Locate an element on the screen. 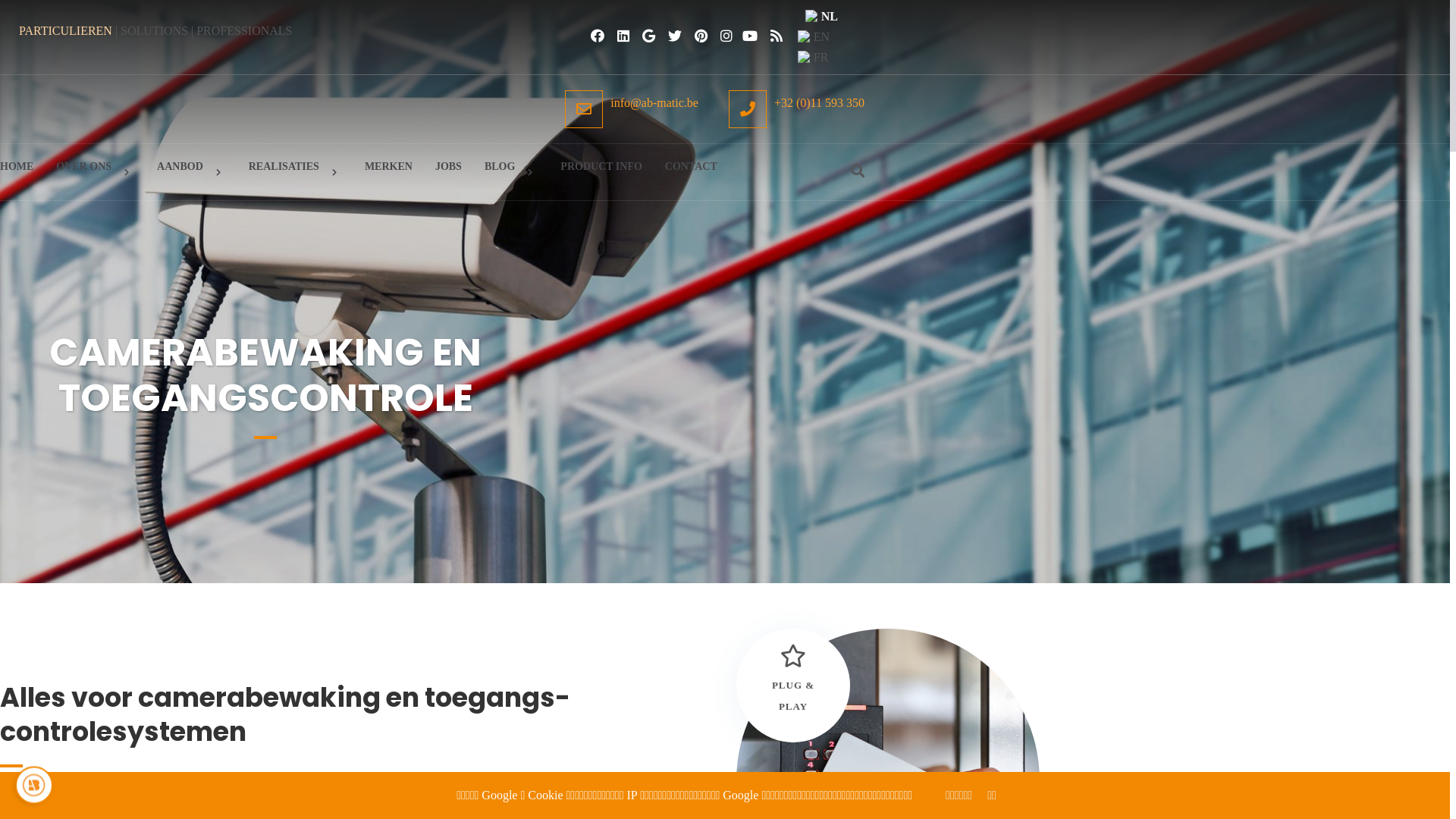  'SOLUTIONS' is located at coordinates (119, 30).